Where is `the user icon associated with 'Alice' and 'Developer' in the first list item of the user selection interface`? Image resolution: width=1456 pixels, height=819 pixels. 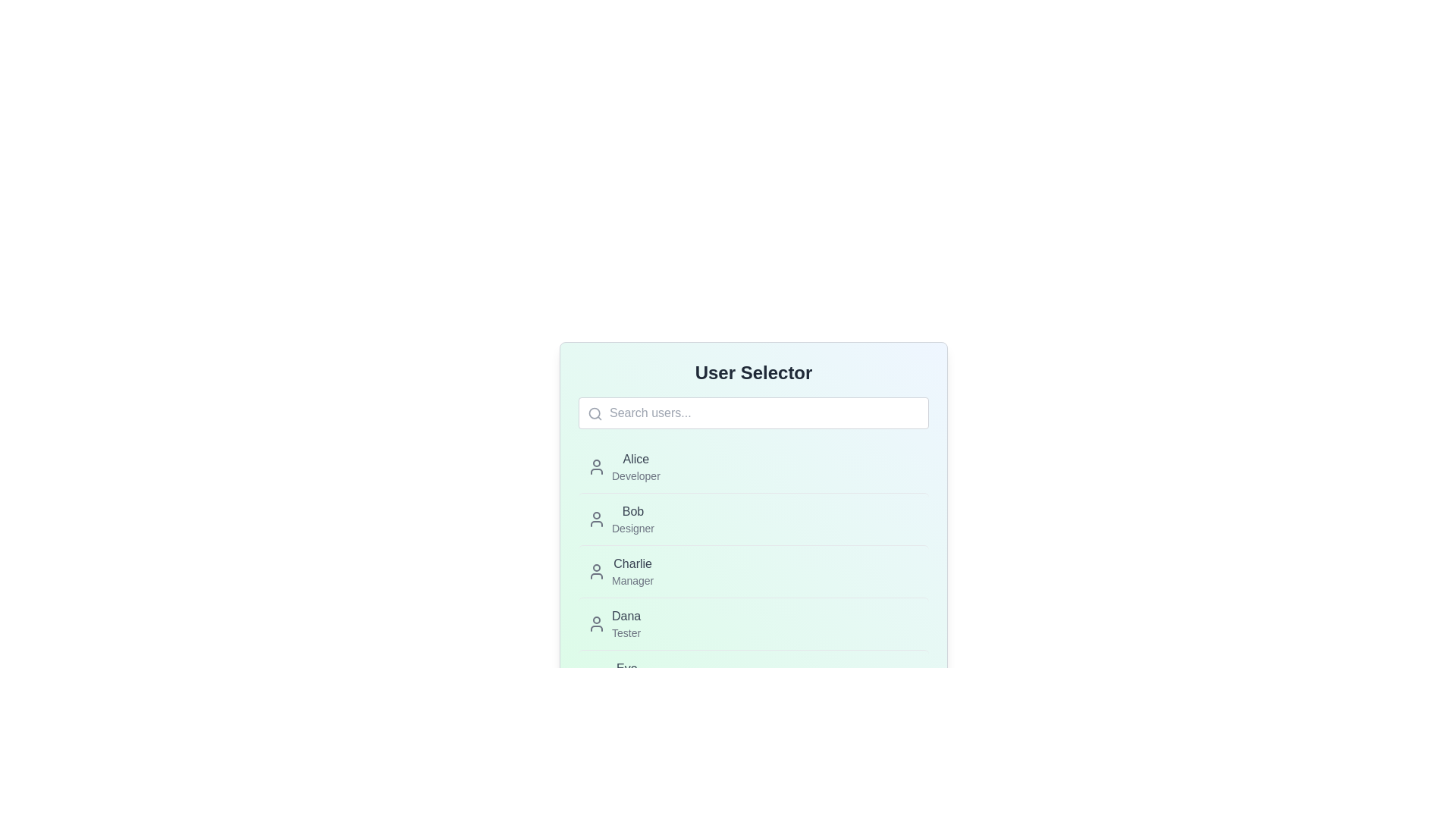
the user icon associated with 'Alice' and 'Developer' in the first list item of the user selection interface is located at coordinates (596, 466).